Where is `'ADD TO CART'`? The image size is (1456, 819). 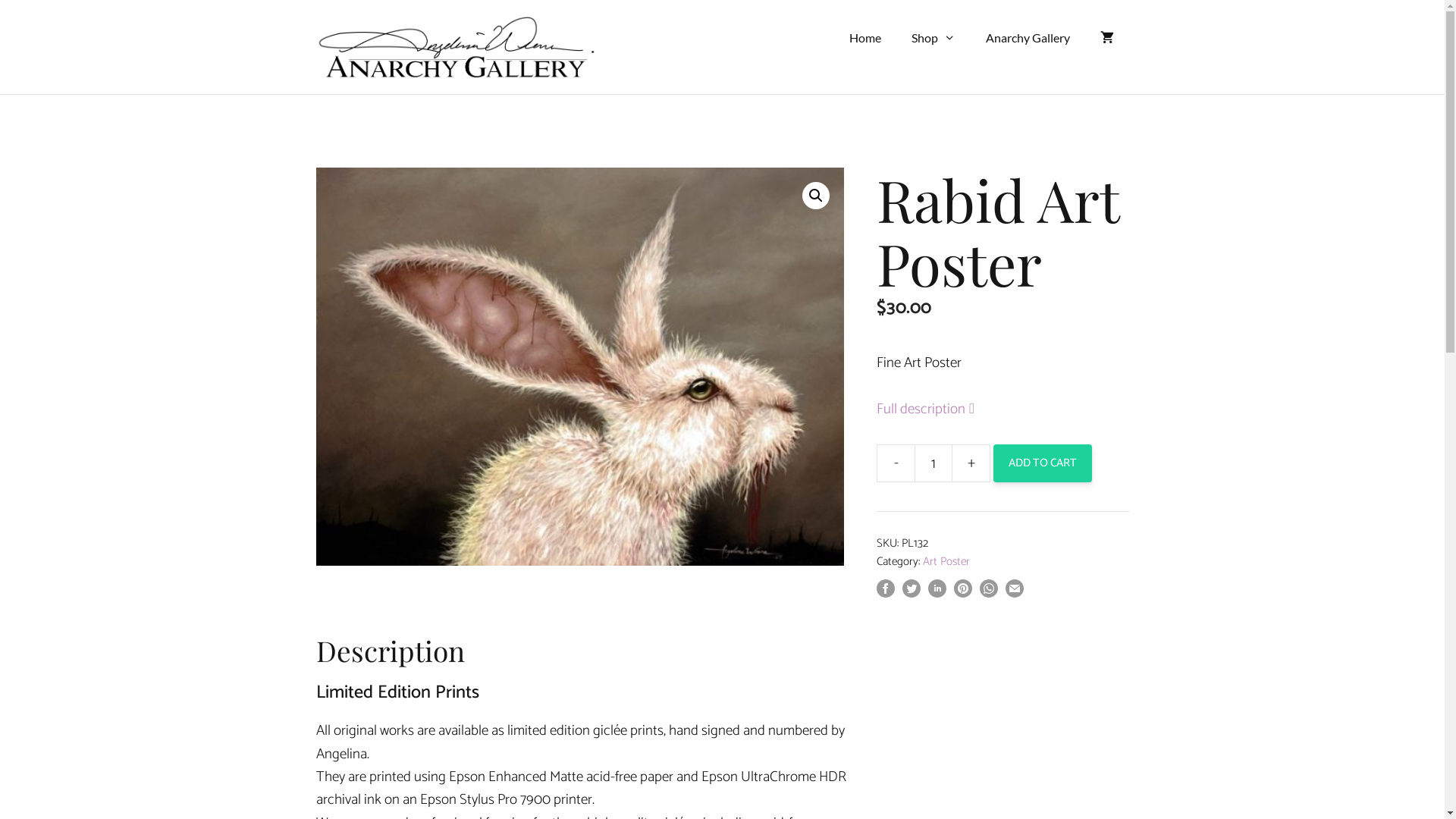
'ADD TO CART' is located at coordinates (993, 462).